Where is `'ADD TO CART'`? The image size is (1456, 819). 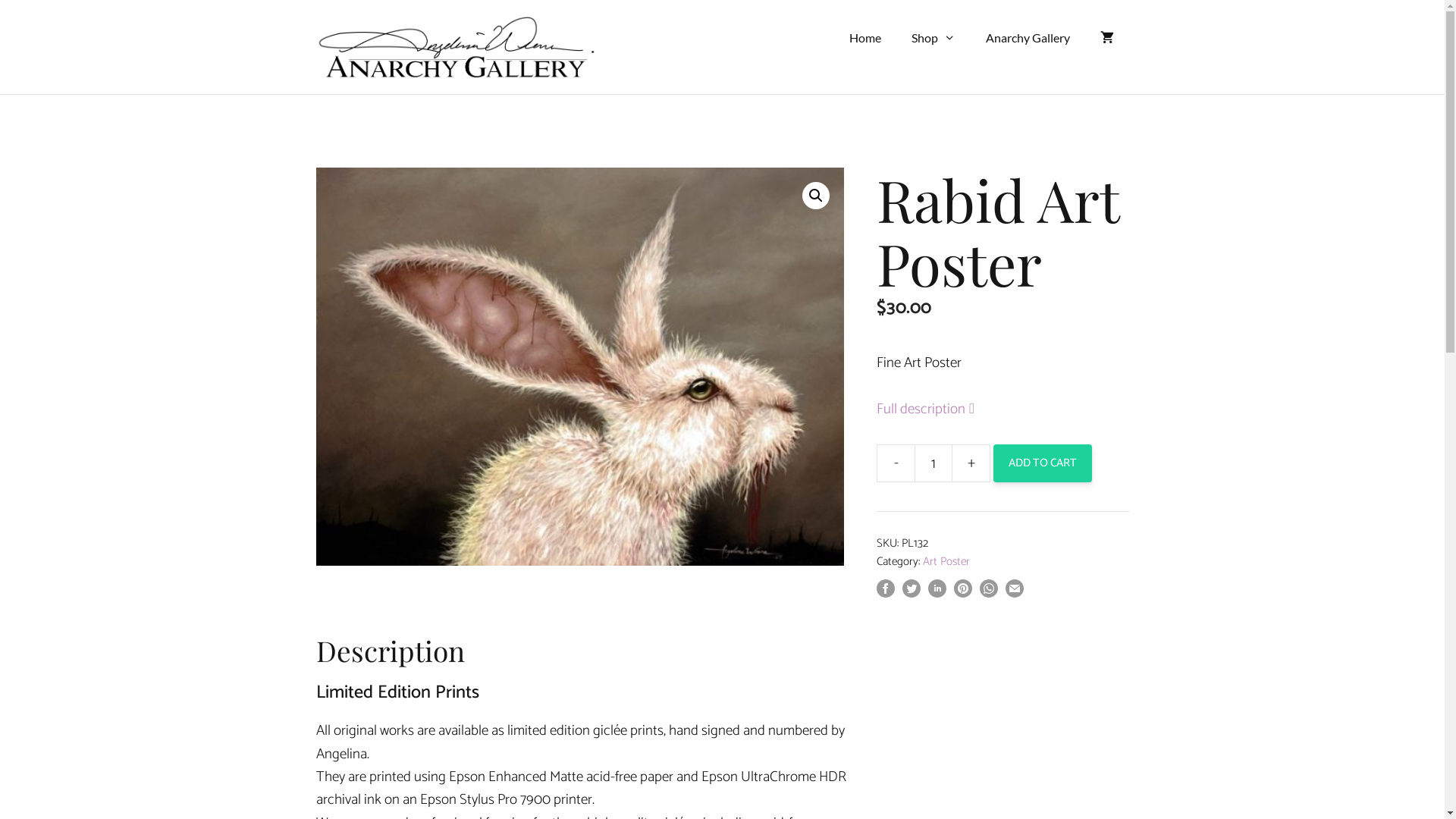
'ADD TO CART' is located at coordinates (993, 462).